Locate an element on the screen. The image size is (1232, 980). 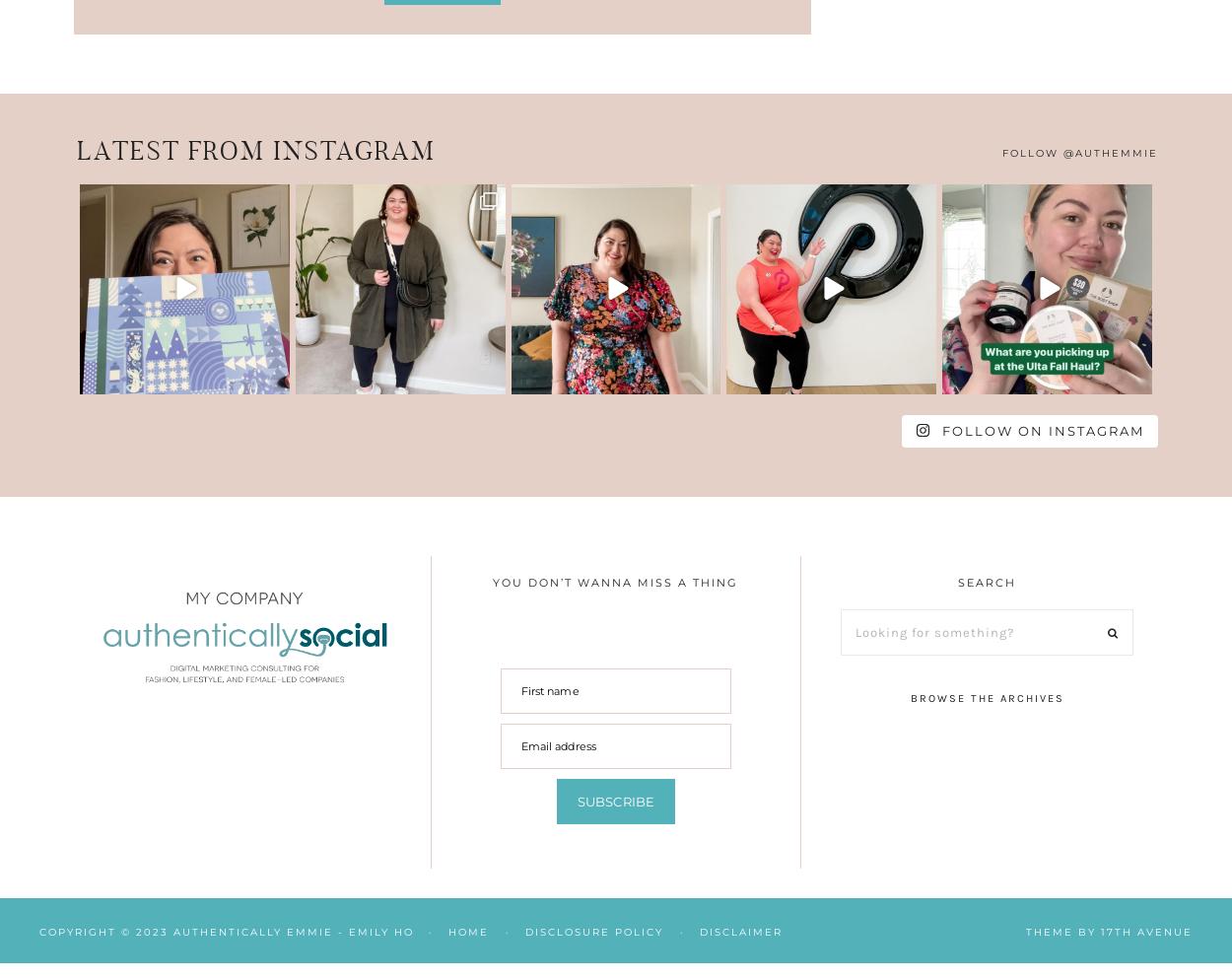
'Follow on Instagram' is located at coordinates (1043, 429).